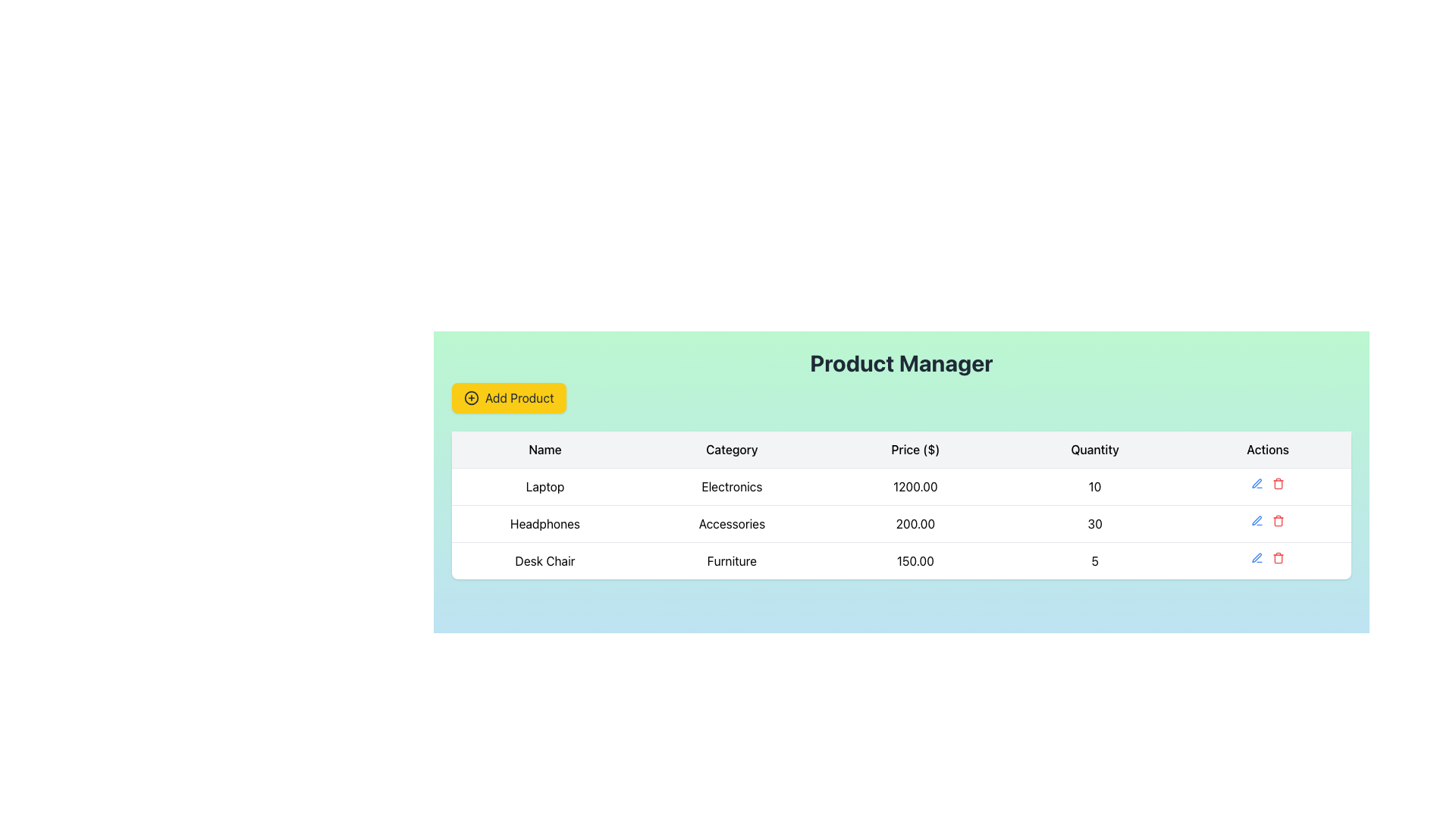  Describe the element at coordinates (732, 449) in the screenshot. I see `the 'Category' column header in the table, which is the second column header located between 'Name' and 'Price ($)' in the top header row` at that location.